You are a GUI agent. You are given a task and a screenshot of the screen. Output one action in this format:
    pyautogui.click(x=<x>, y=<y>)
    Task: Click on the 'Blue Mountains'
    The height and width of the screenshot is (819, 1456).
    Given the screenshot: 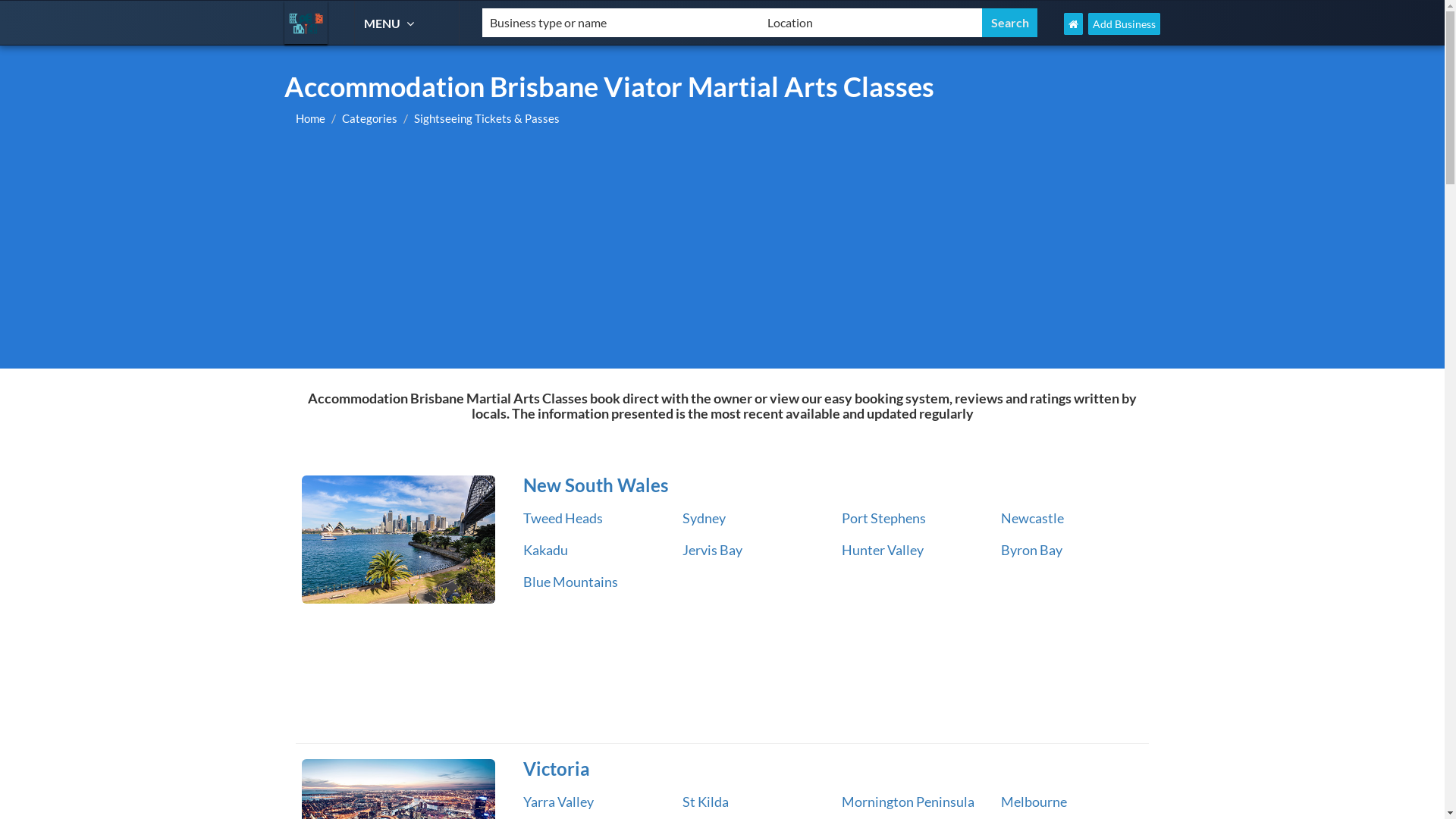 What is the action you would take?
    pyautogui.click(x=570, y=581)
    